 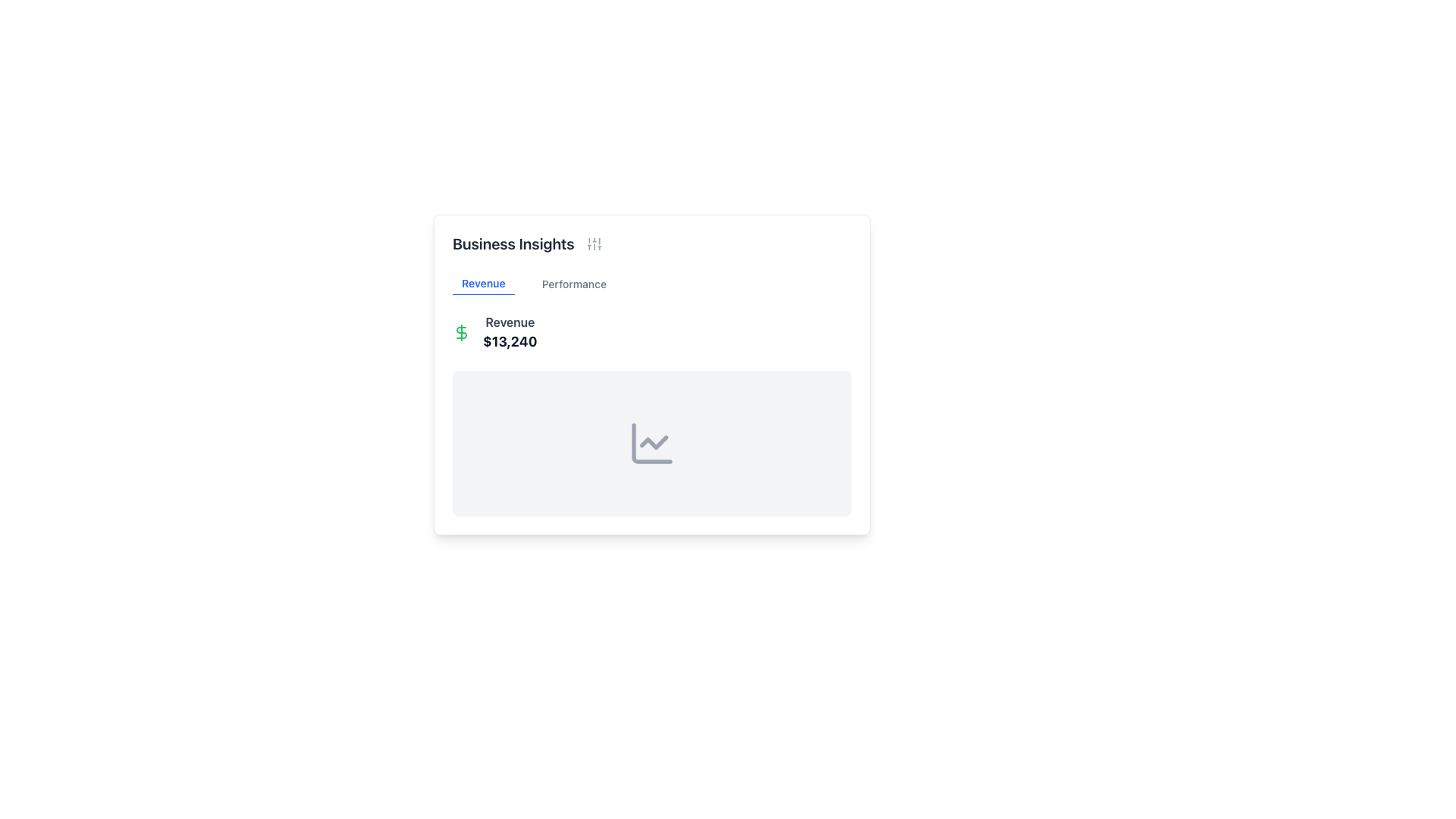 What do you see at coordinates (510, 321) in the screenshot?
I see `the 'Revenue' text label, which is bolded and dark gray, positioned above the '$13,240' value within a card-like component` at bounding box center [510, 321].